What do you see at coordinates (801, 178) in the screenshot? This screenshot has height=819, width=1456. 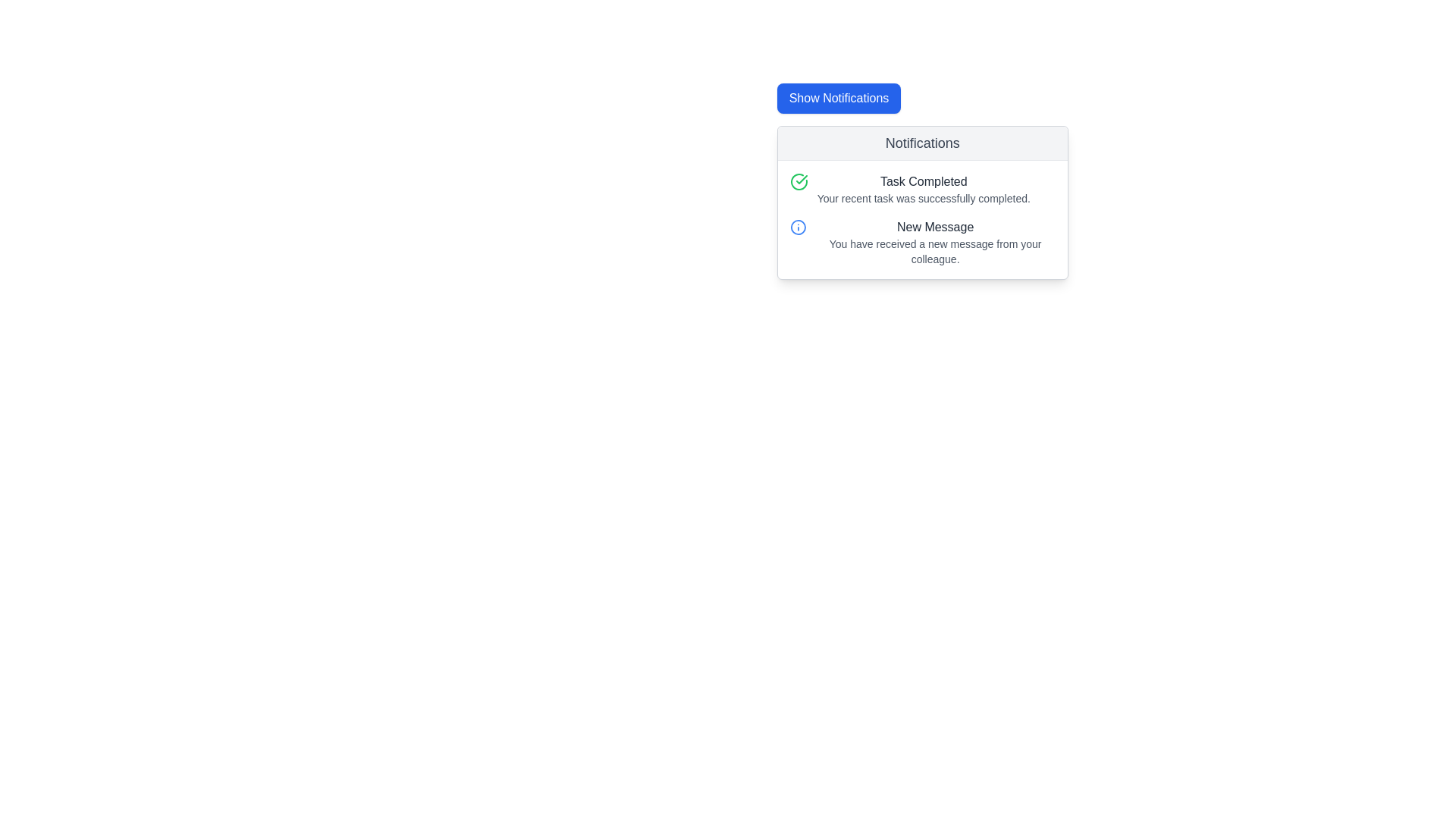 I see `the inner checkmark within the green circular icon located to the left of the 'Task Completed' notification text` at bounding box center [801, 178].